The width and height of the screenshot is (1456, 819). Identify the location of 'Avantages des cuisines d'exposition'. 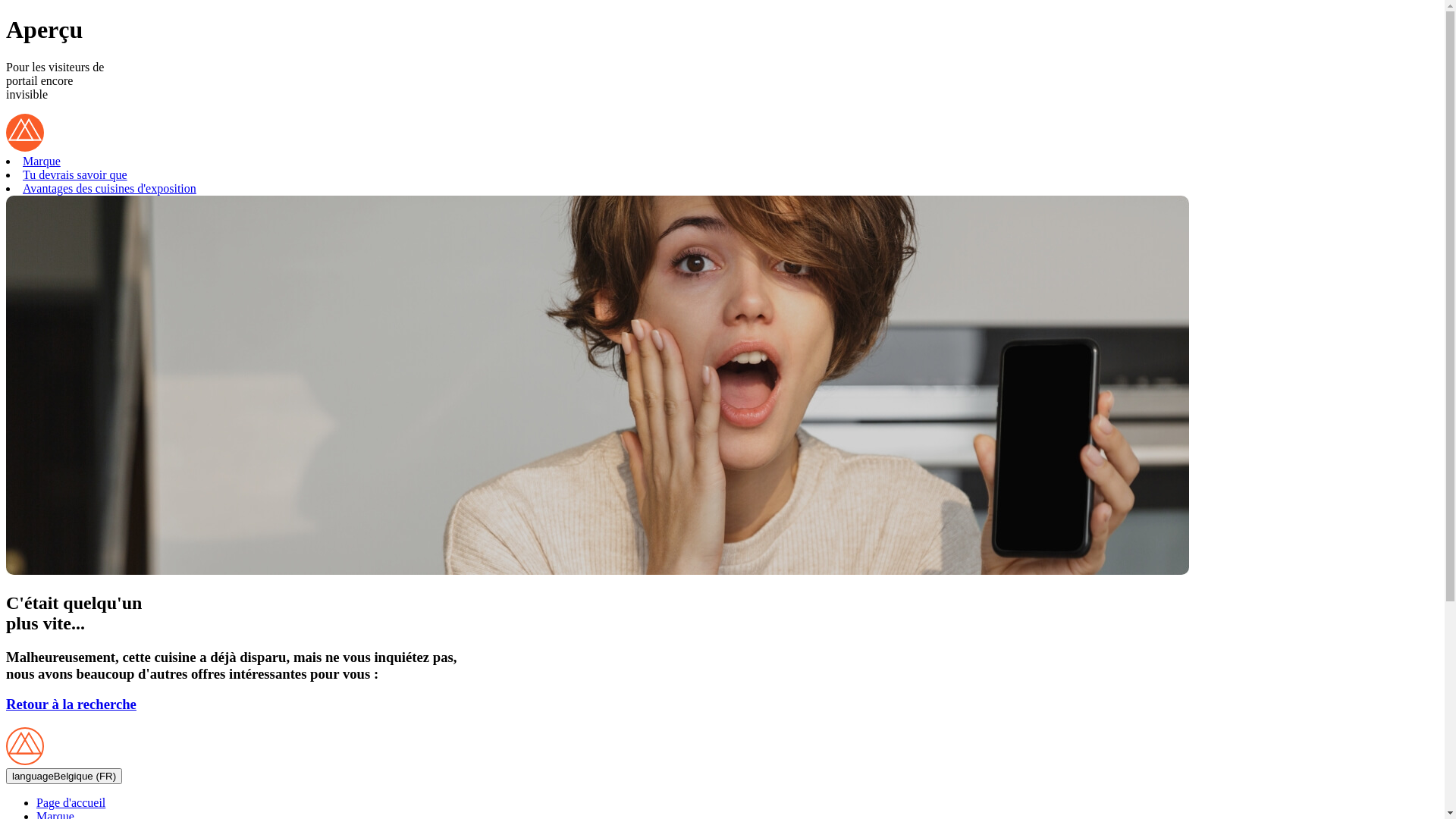
(108, 187).